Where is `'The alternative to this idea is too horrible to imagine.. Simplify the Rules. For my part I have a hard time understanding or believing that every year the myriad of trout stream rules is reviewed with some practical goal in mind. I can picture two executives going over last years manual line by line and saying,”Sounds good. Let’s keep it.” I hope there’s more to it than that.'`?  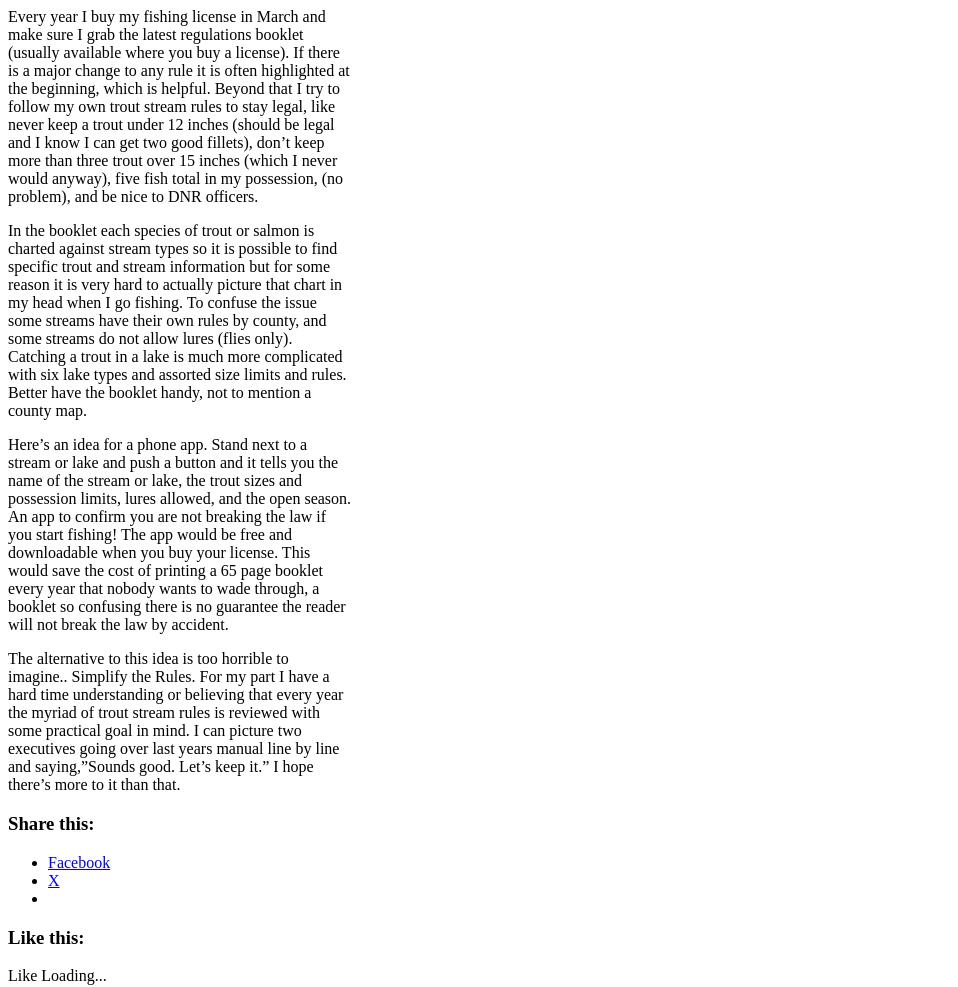
'The alternative to this idea is too horrible to imagine.. Simplify the Rules. For my part I have a hard time understanding or believing that every year the myriad of trout stream rules is reviewed with some practical goal in mind. I can picture two executives going over last years manual line by line and saying,”Sounds good. Let’s keep it.” I hope there’s more to it than that.' is located at coordinates (7, 720).